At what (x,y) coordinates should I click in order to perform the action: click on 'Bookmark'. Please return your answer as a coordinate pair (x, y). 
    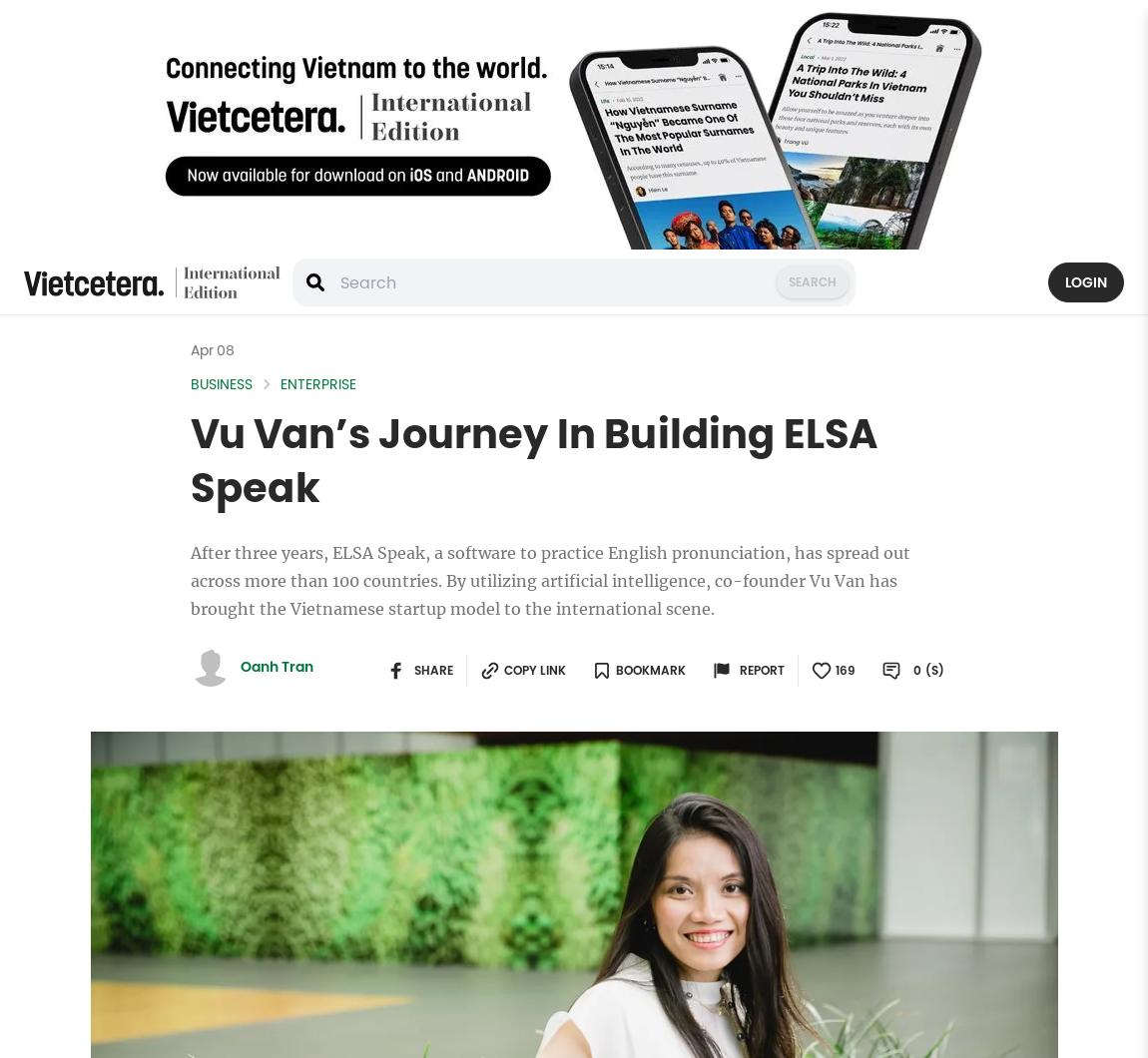
    Looking at the image, I should click on (650, 670).